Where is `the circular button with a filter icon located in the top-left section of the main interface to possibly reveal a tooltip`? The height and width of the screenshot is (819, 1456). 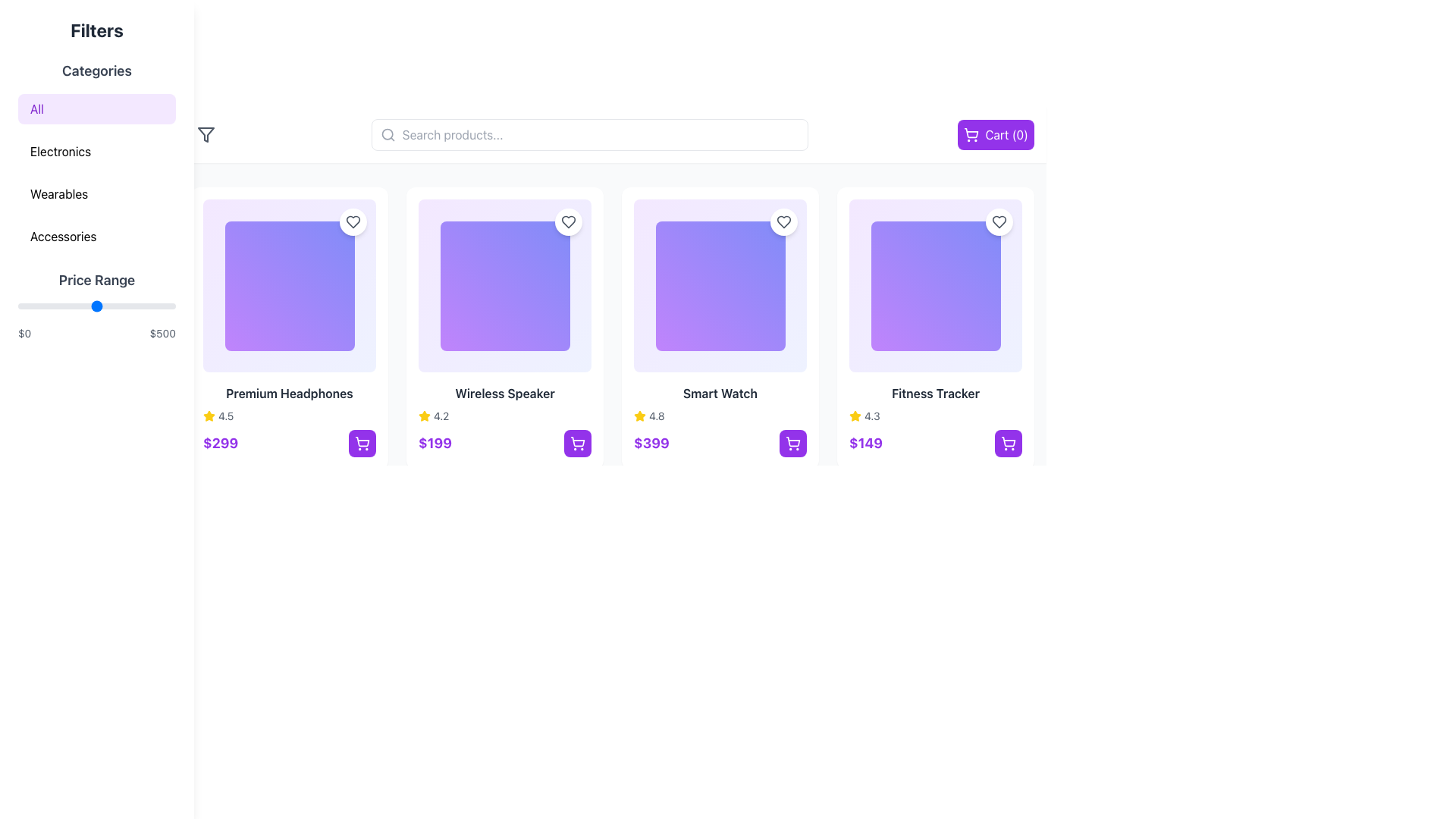
the circular button with a filter icon located in the top-left section of the main interface to possibly reveal a tooltip is located at coordinates (206, 133).